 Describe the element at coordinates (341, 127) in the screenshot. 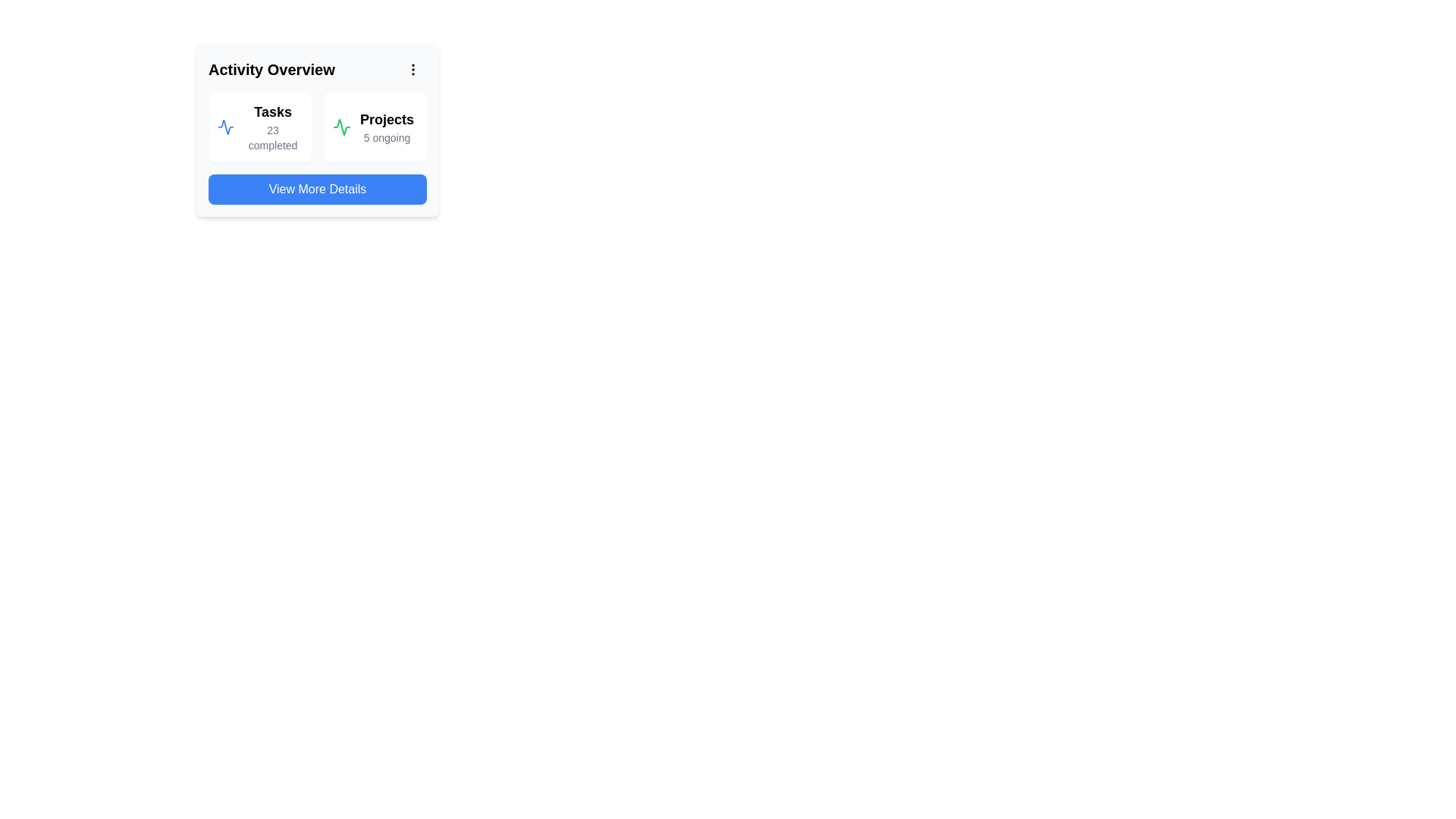

I see `the 'Tasks' icon located within the 'Tasks' card, positioned to the left of the '23 completed' text` at that location.